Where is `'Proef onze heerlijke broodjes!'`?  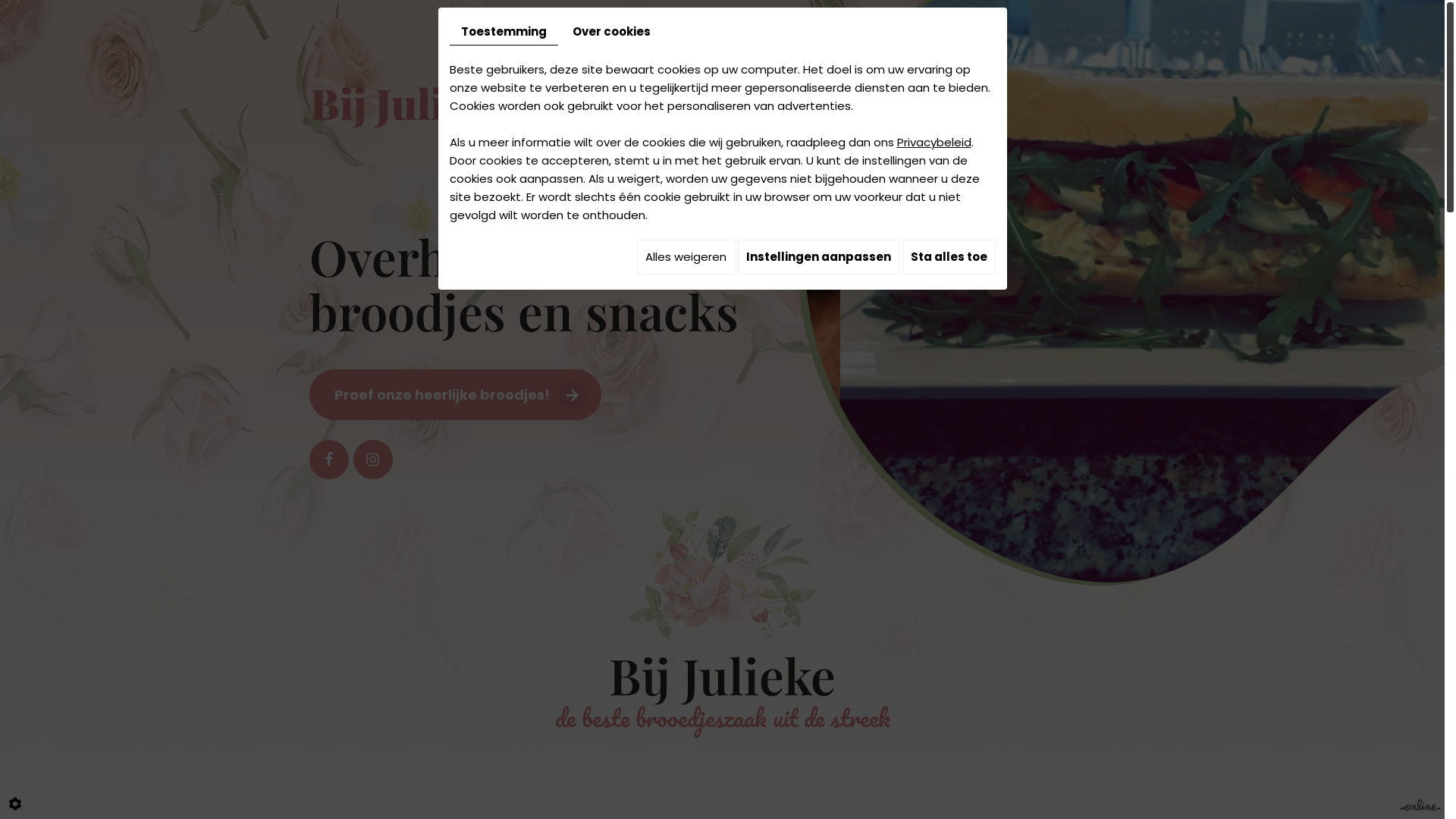
'Proef onze heerlijke broodjes!' is located at coordinates (454, 394).